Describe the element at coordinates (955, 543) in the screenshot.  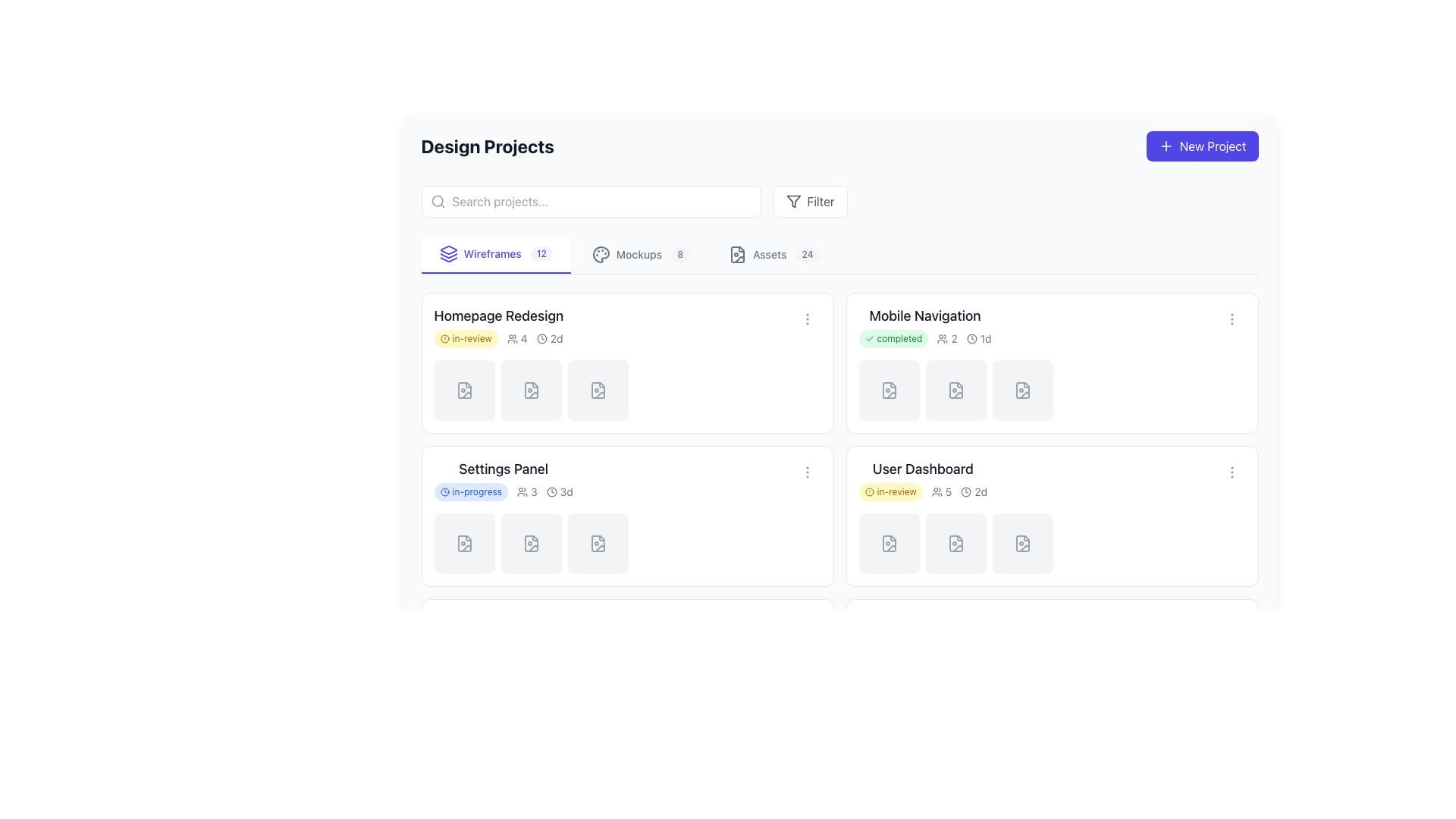
I see `the second icon from the left in the bottom row of icons within the 'User Dashboard' section` at that location.